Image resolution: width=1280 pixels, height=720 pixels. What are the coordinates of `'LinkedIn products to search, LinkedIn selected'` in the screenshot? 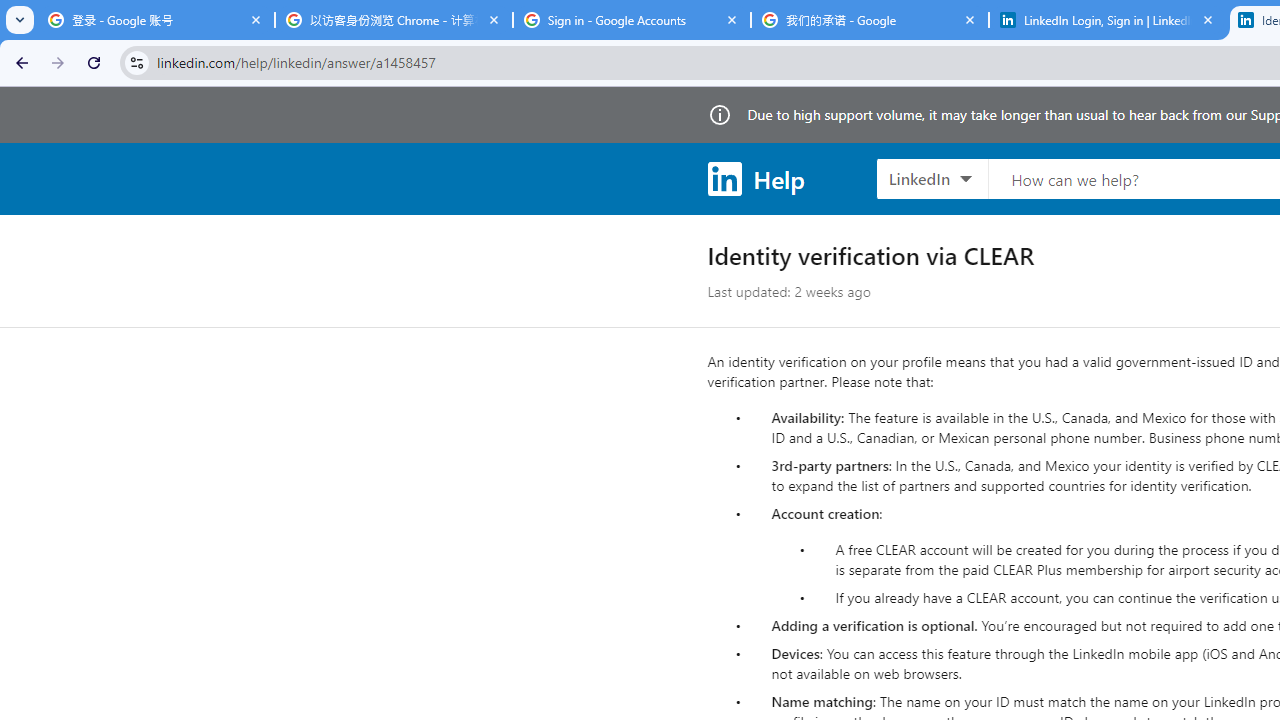 It's located at (931, 177).